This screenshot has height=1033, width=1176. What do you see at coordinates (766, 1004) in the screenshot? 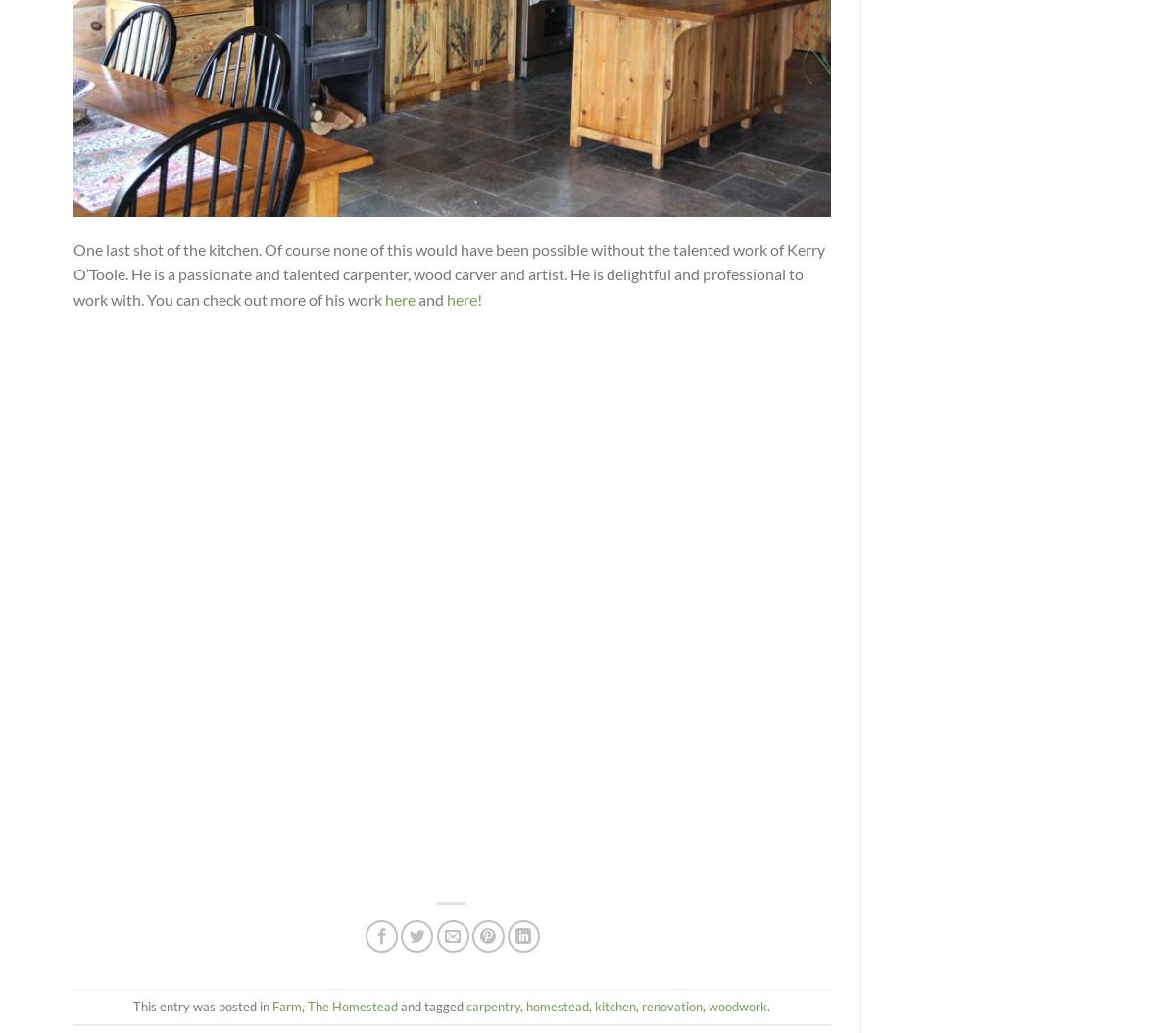
I see `'.'` at bounding box center [766, 1004].